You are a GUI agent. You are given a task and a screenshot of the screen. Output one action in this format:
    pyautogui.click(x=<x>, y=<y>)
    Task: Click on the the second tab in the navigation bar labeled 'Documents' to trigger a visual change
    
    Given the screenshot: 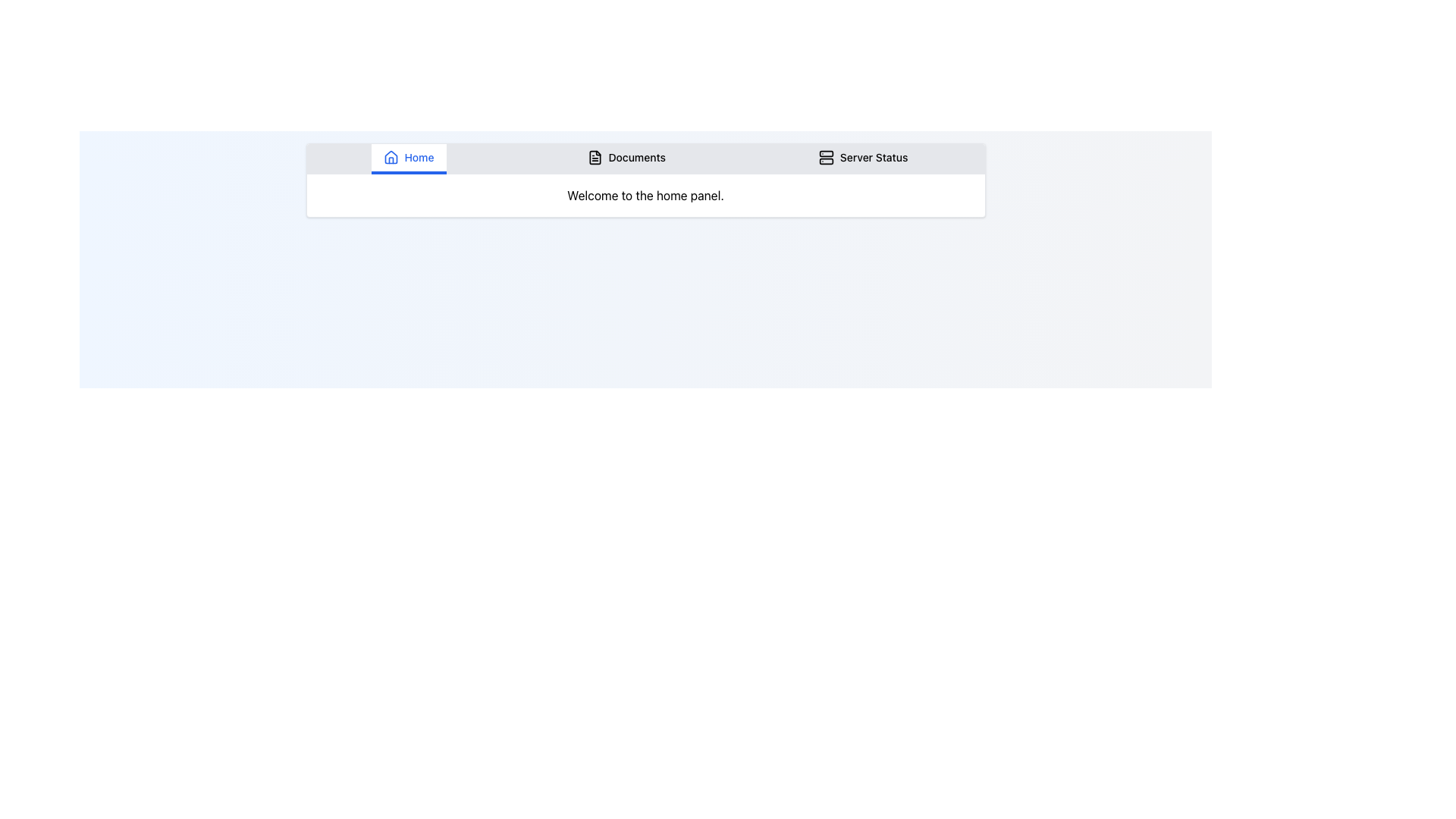 What is the action you would take?
    pyautogui.click(x=626, y=158)
    